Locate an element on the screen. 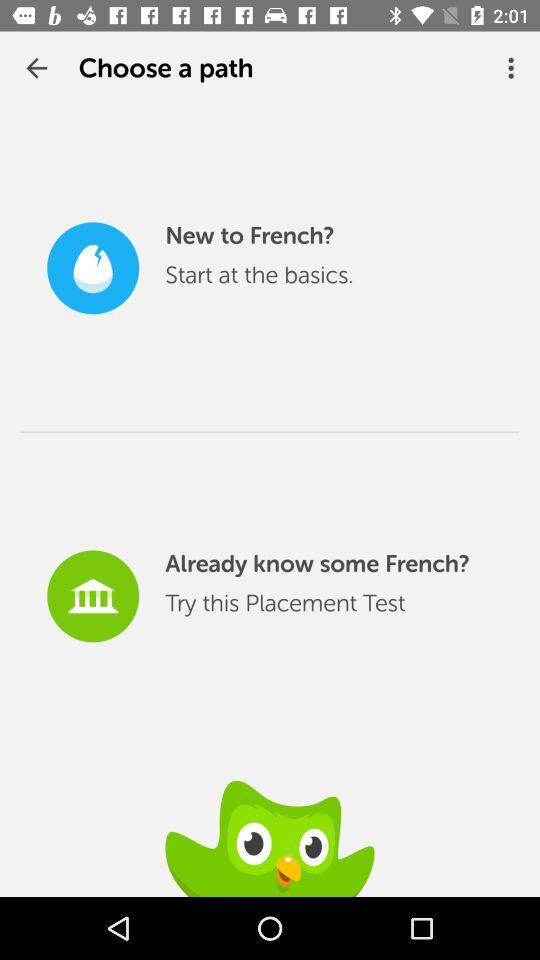 This screenshot has width=540, height=960. icon next to choose a path icon is located at coordinates (513, 68).